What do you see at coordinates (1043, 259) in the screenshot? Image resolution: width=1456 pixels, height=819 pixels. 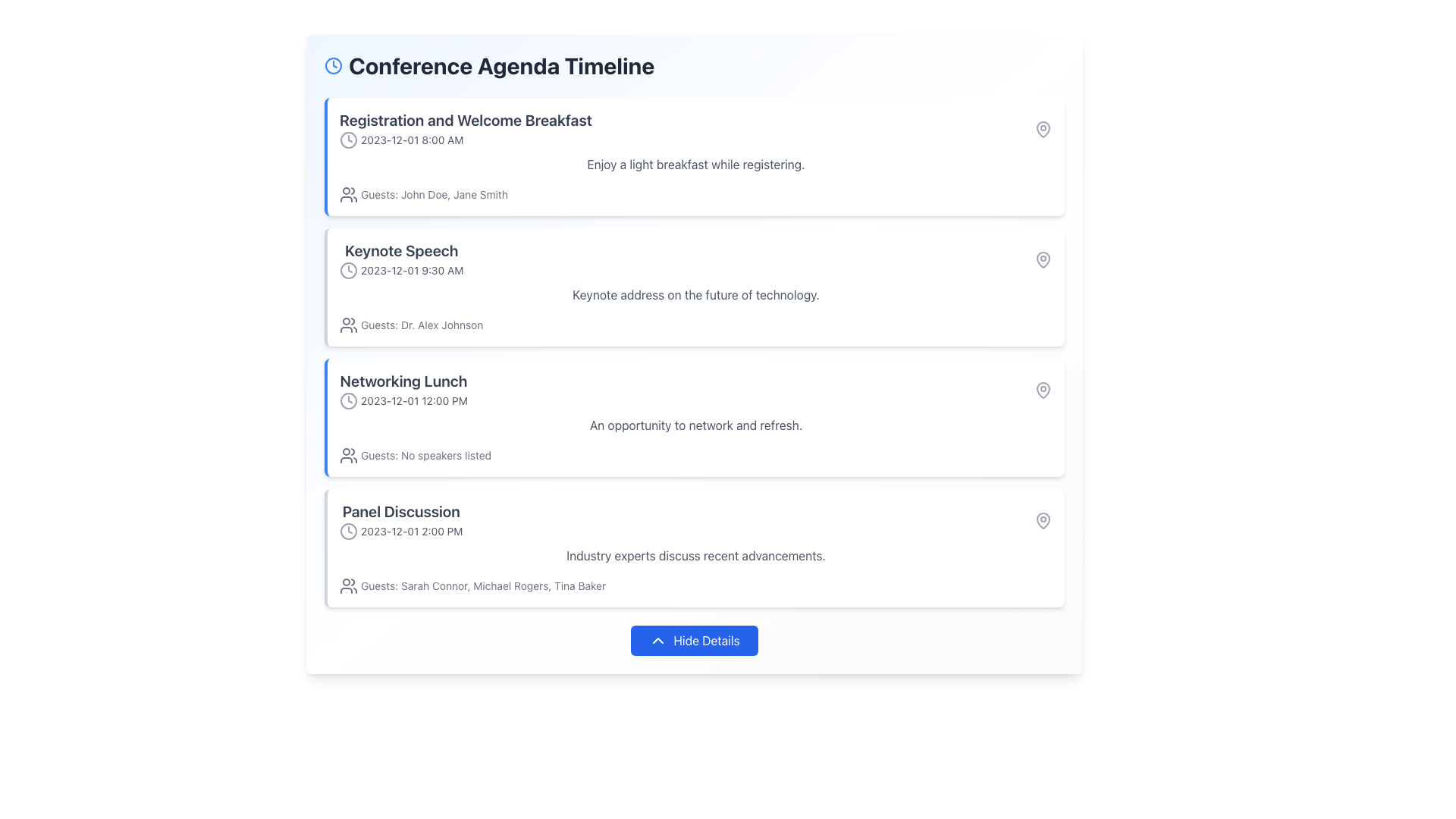 I see `the gray map pin icon located in the 'Keynote Speech' section of the agenda timeline` at bounding box center [1043, 259].